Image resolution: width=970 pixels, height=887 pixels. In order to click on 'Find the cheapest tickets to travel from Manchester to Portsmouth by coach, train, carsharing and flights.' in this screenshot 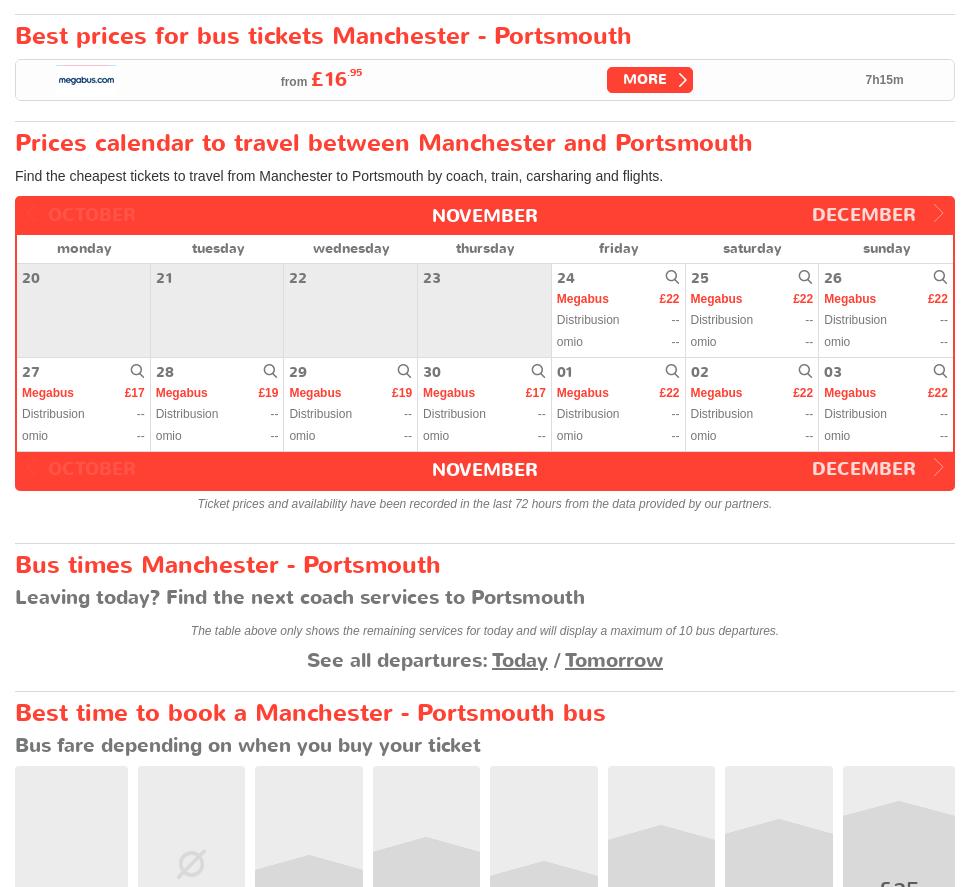, I will do `click(339, 174)`.